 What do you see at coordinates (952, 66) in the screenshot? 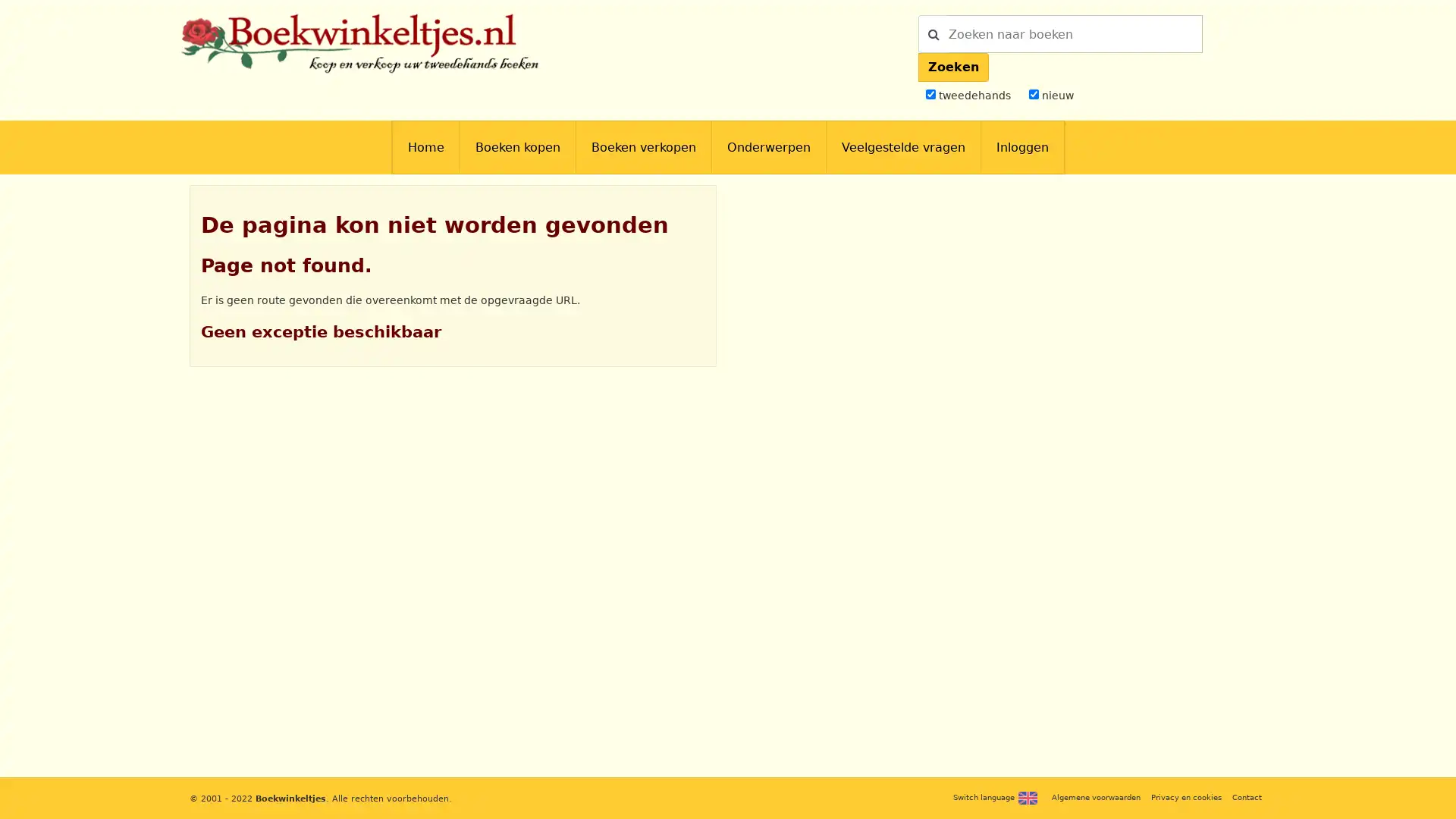
I see `Zoeken` at bounding box center [952, 66].